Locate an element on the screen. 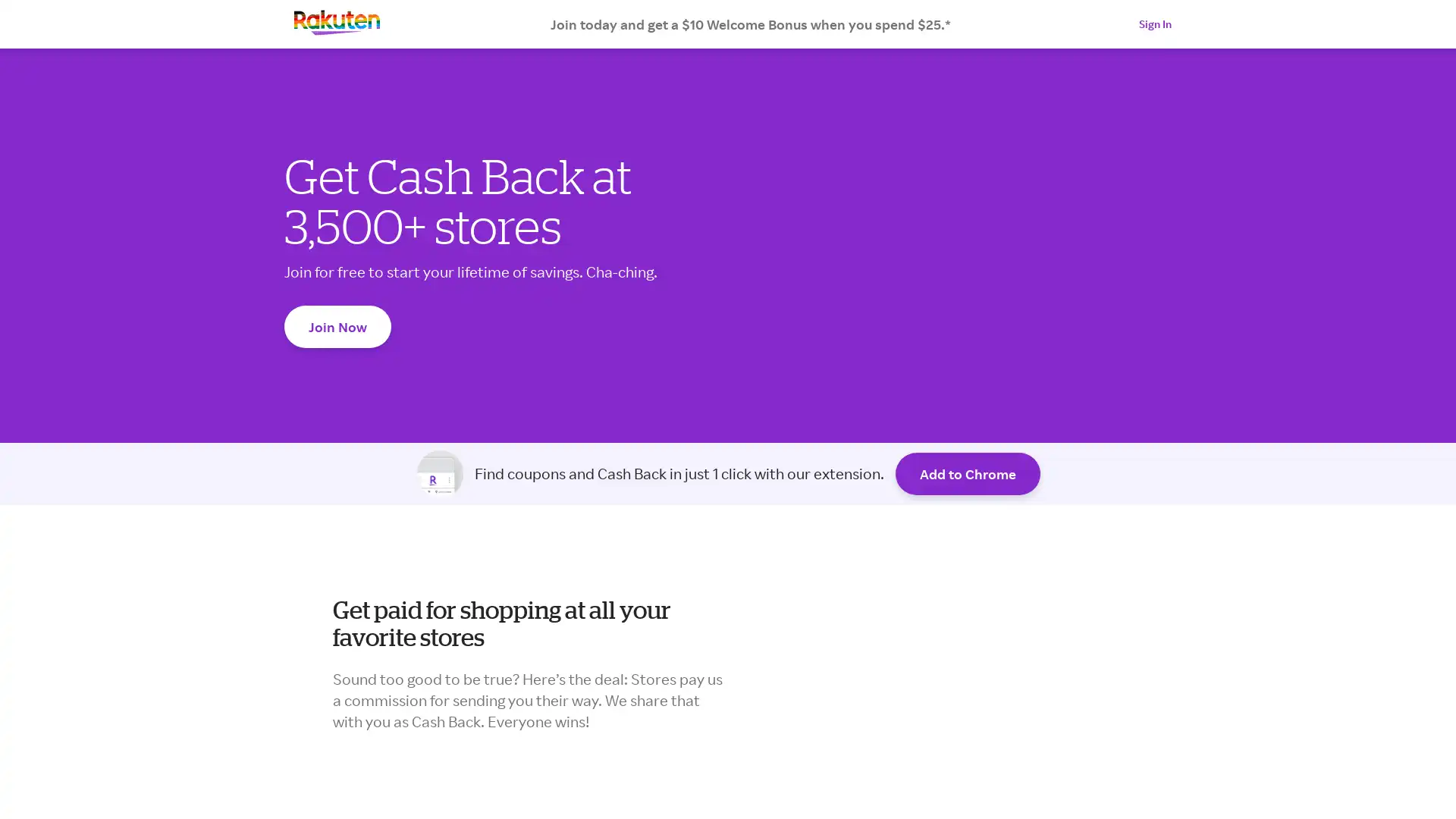 This screenshot has height=819, width=1456. Add to Chrome is located at coordinates (966, 472).